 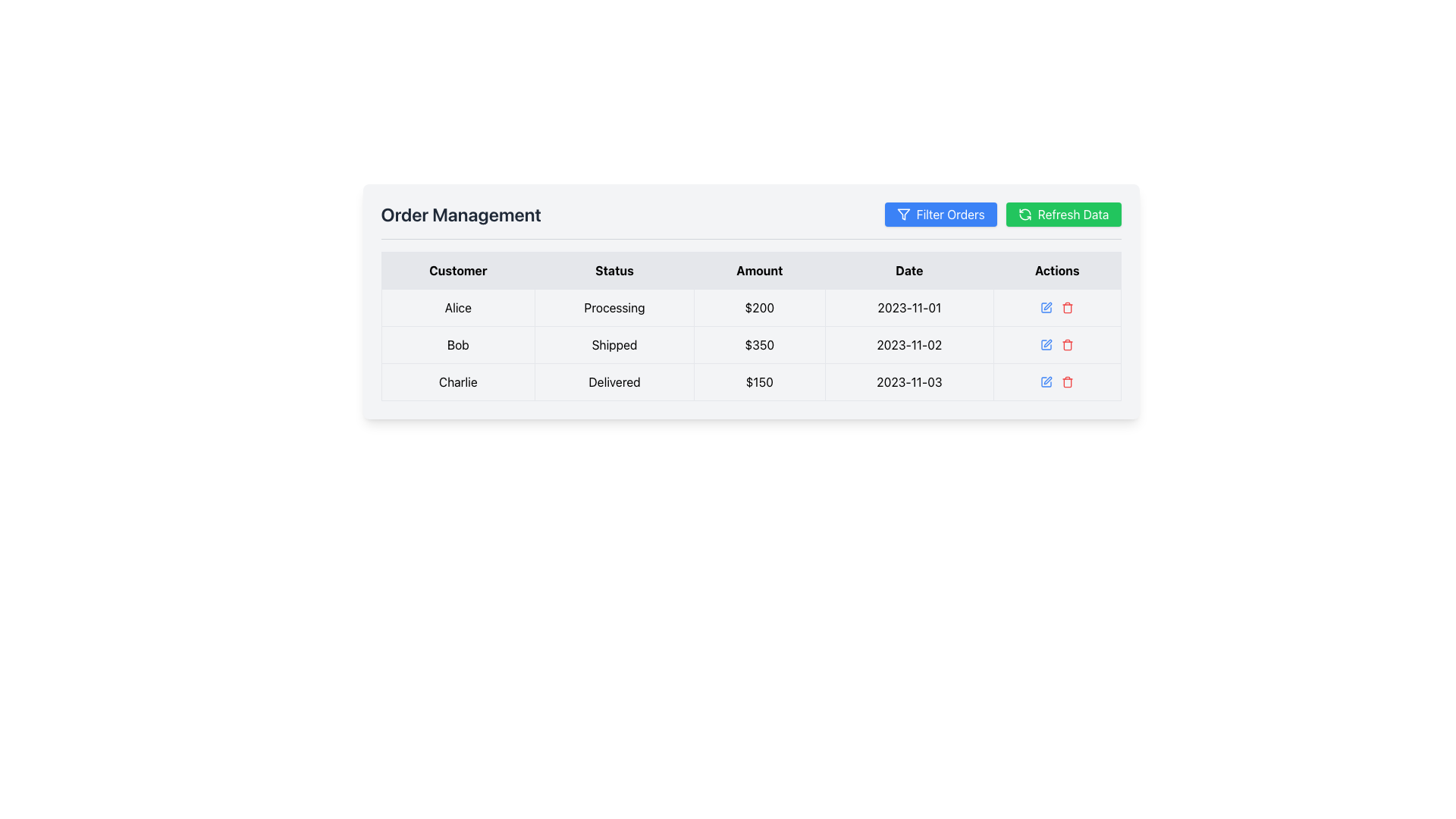 What do you see at coordinates (909, 270) in the screenshot?
I see `the 'Date' column header in the table, which is the fourth header from the left in a row of five headers: 'Customer', 'Status', 'Amount', 'Date', and 'Actions'` at bounding box center [909, 270].